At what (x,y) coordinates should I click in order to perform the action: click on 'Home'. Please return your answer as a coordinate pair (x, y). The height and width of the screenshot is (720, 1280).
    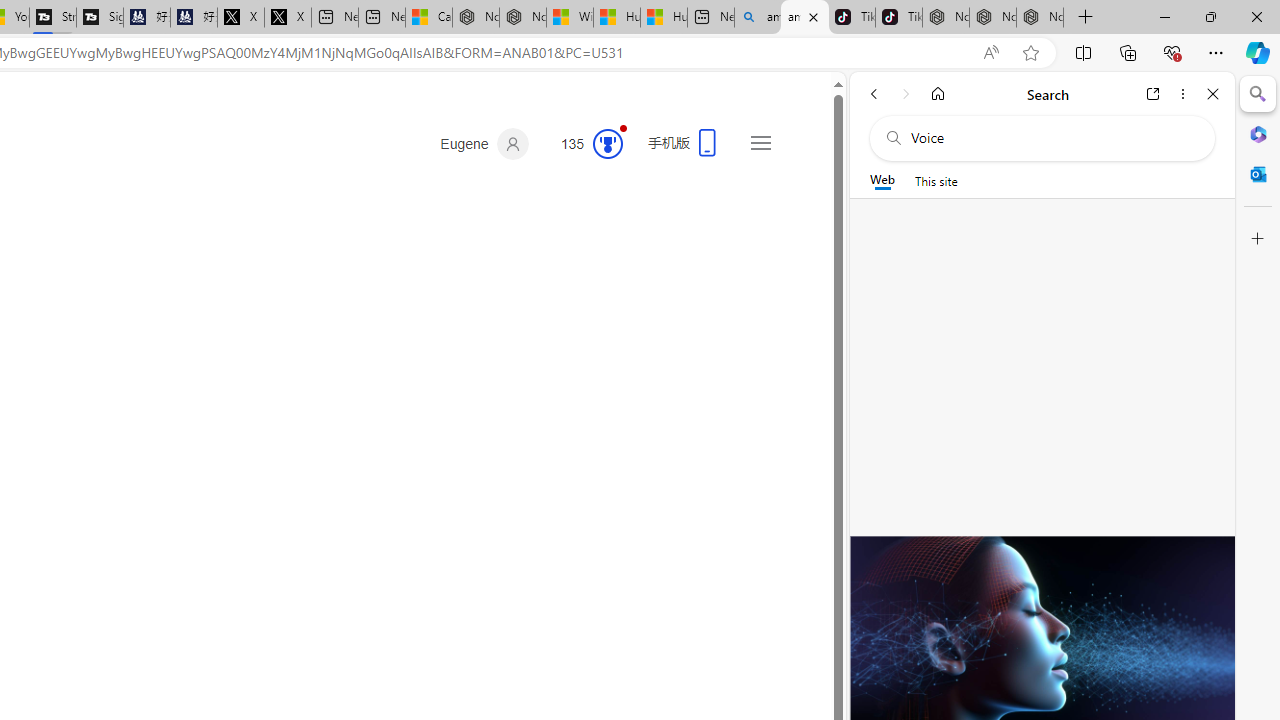
    Looking at the image, I should click on (937, 93).